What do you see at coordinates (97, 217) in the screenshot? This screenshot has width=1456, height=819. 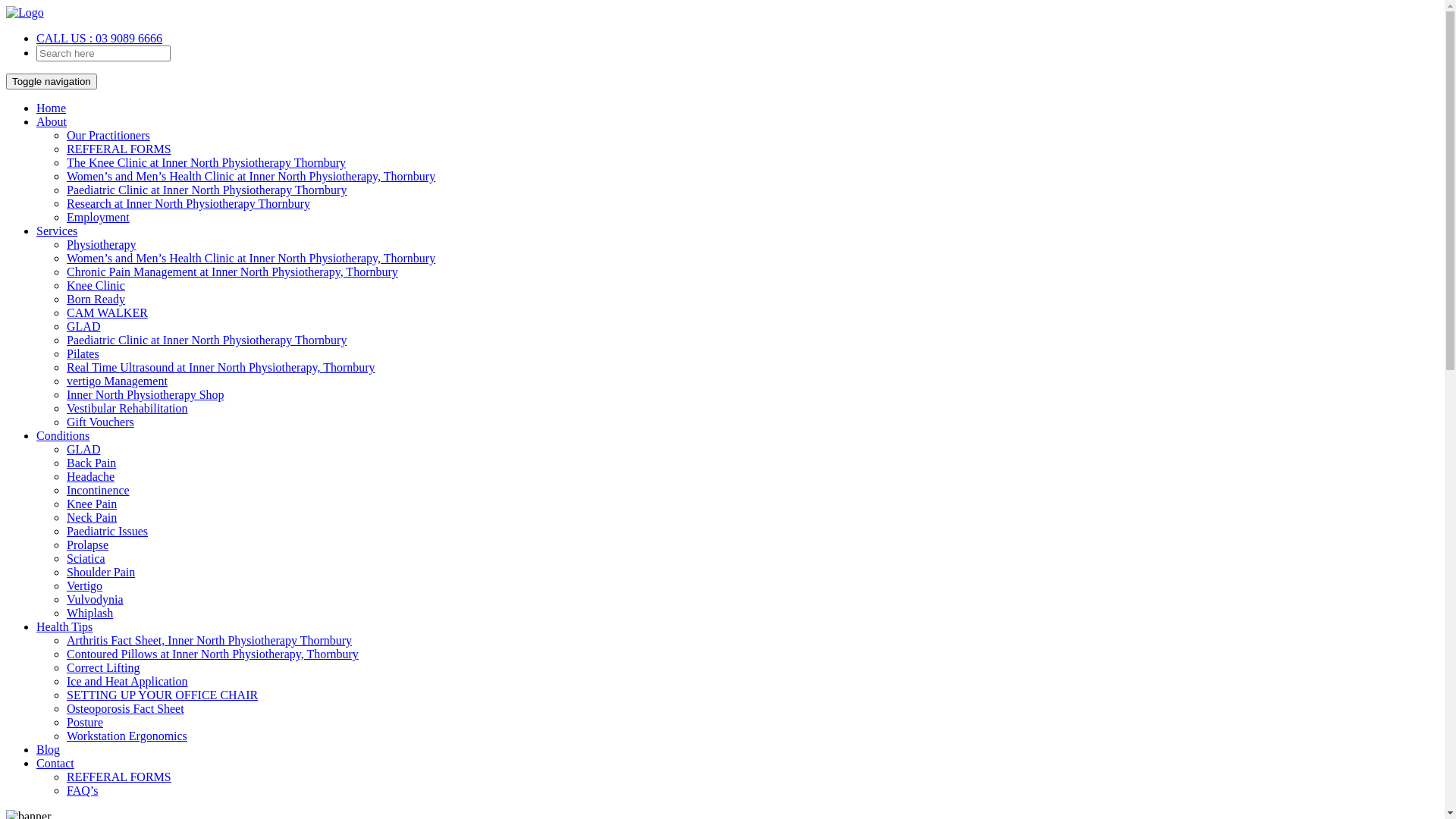 I see `'Employment'` at bounding box center [97, 217].